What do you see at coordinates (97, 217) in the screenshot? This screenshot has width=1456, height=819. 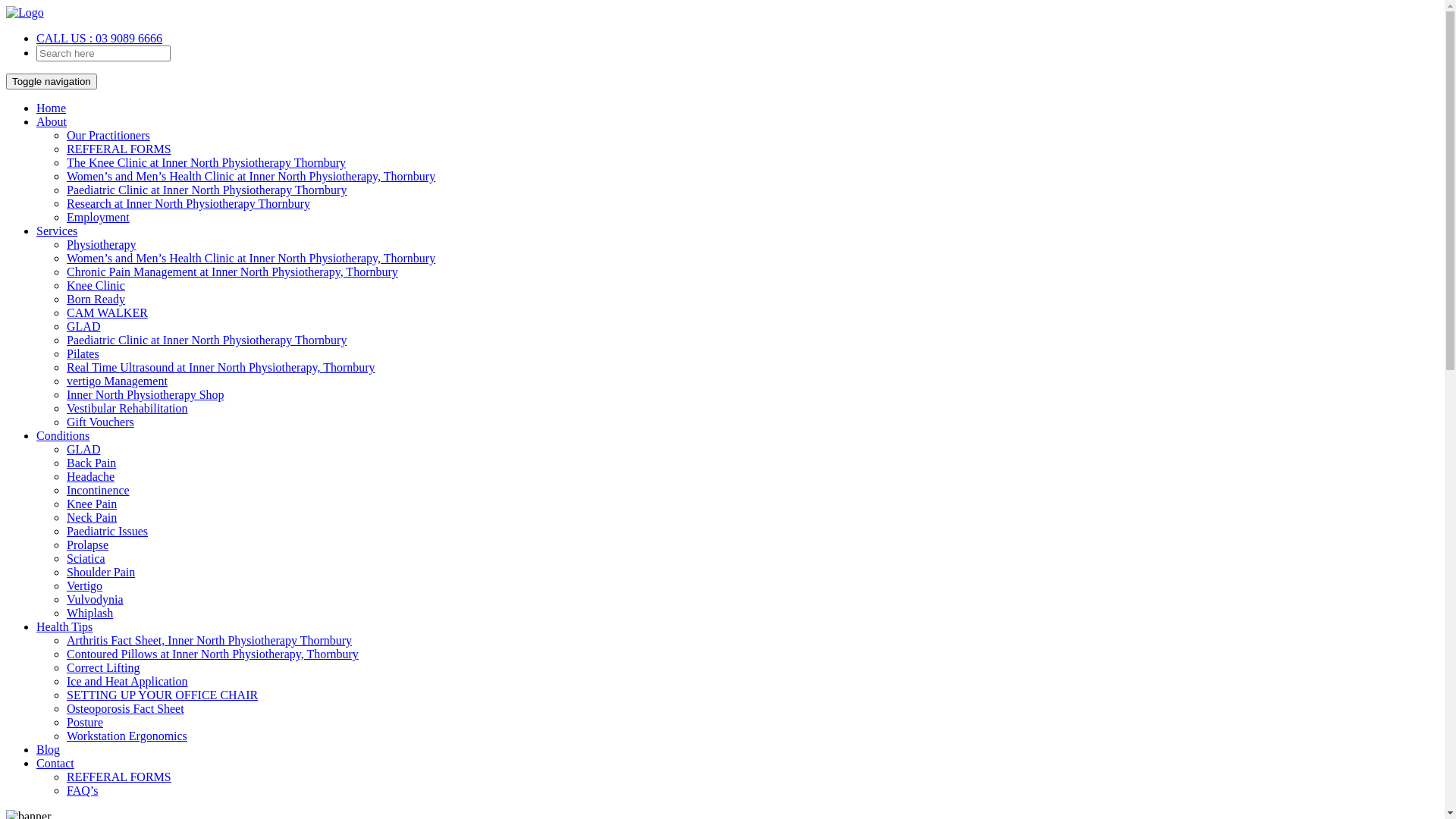 I see `'Employment'` at bounding box center [97, 217].